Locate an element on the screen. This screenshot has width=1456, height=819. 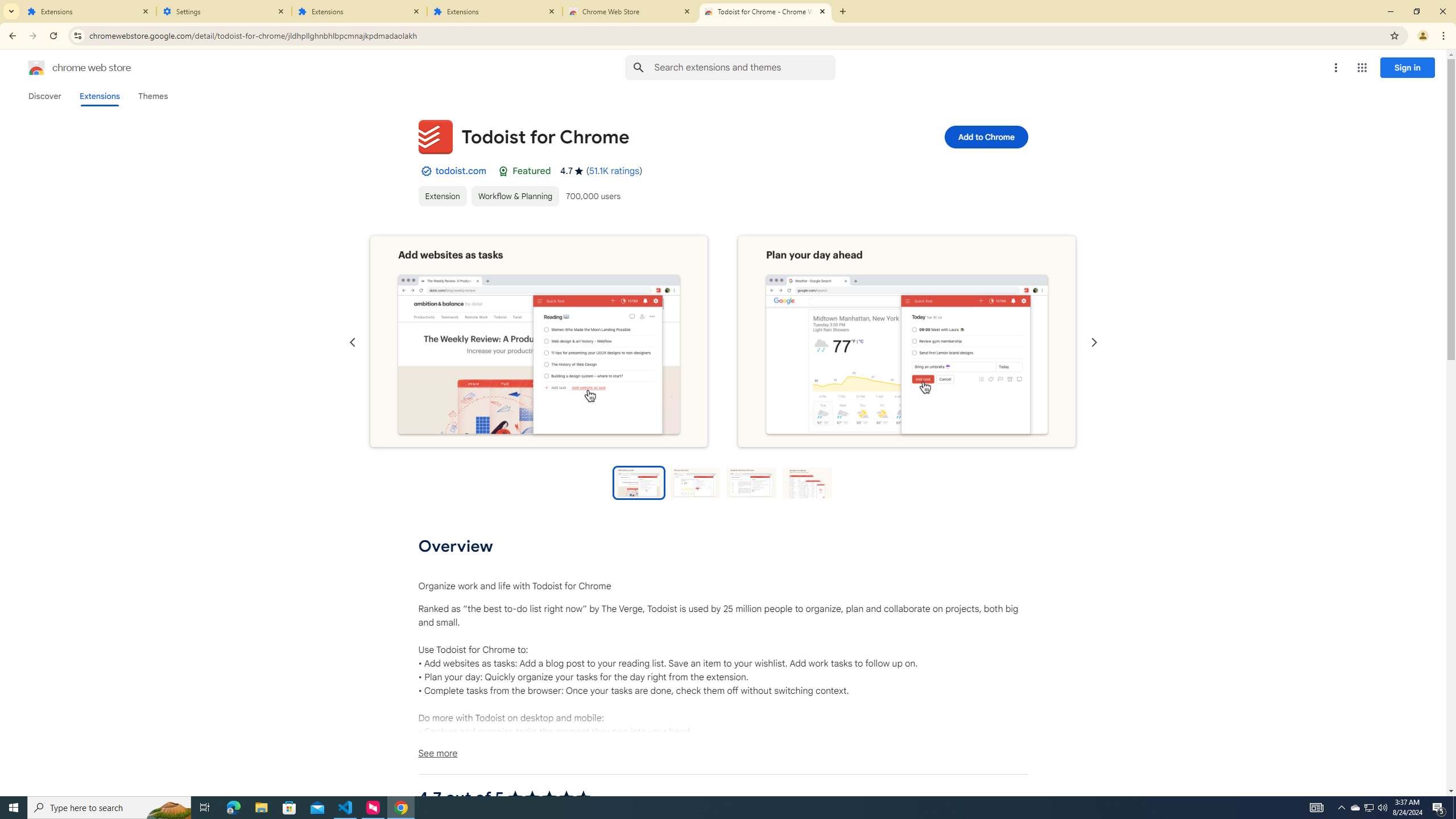
'Extensions' is located at coordinates (88, 11).